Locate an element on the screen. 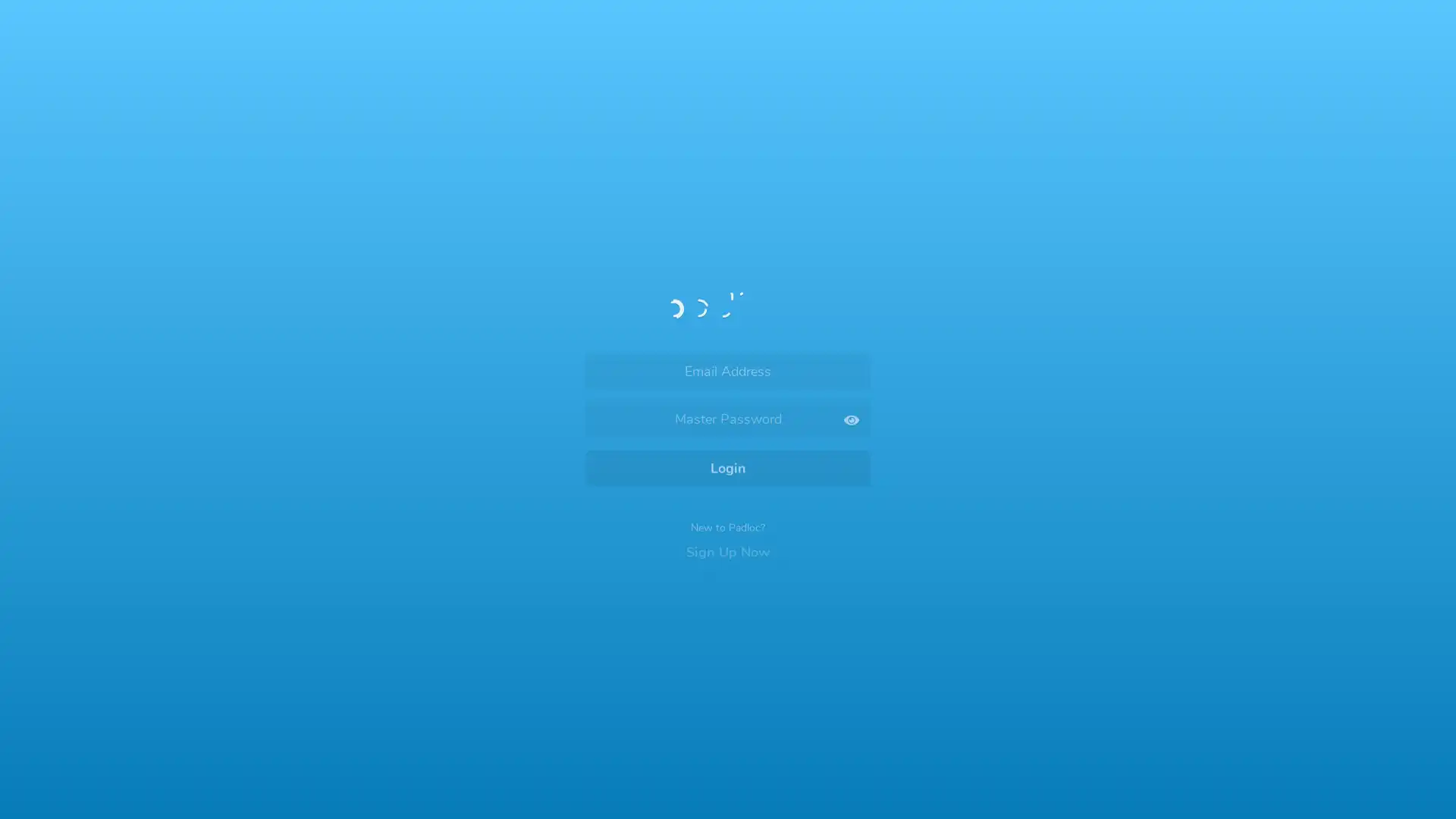 The width and height of the screenshot is (1456, 819). Login is located at coordinates (728, 458).